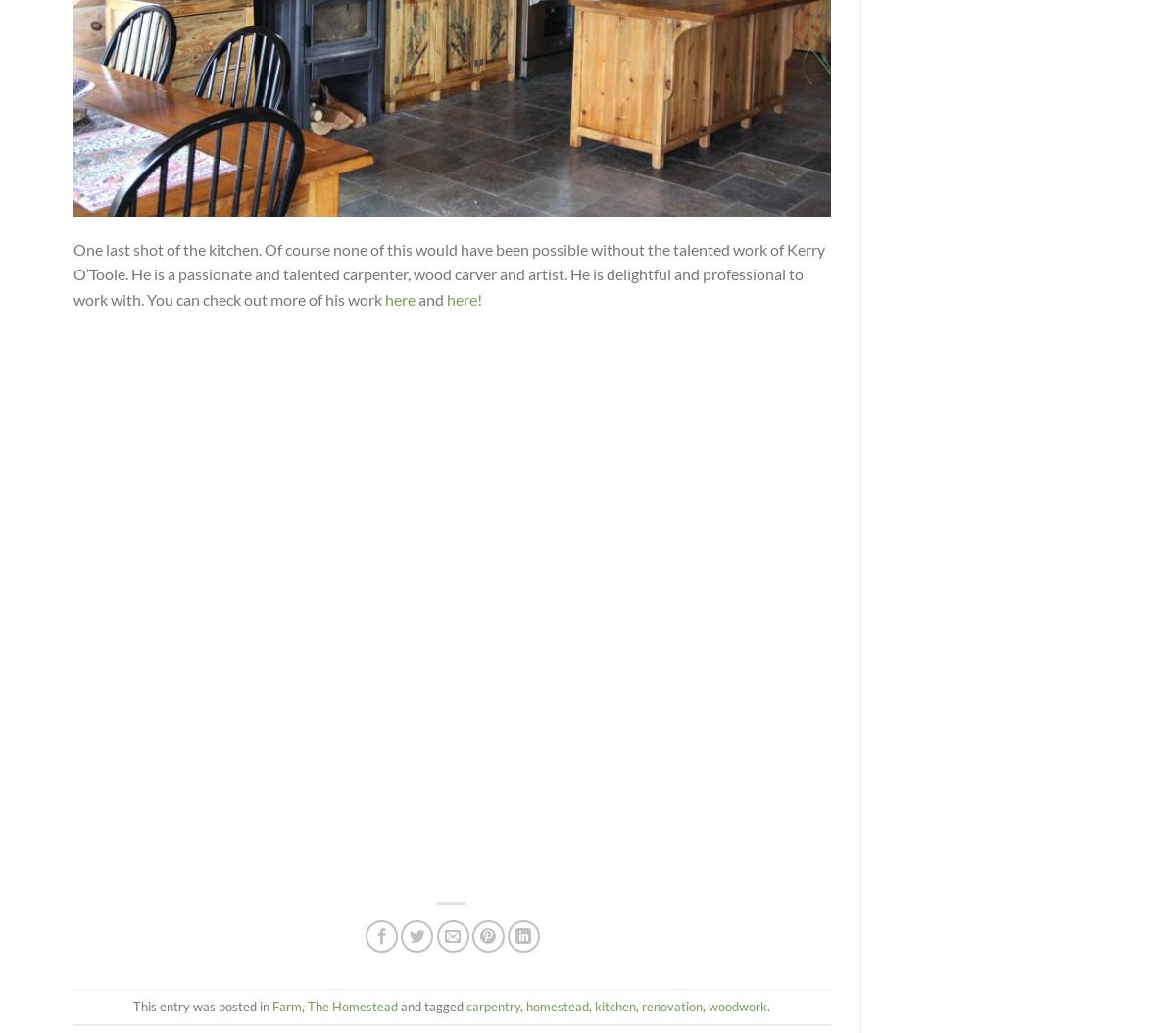  I want to click on 'homestead', so click(557, 1004).